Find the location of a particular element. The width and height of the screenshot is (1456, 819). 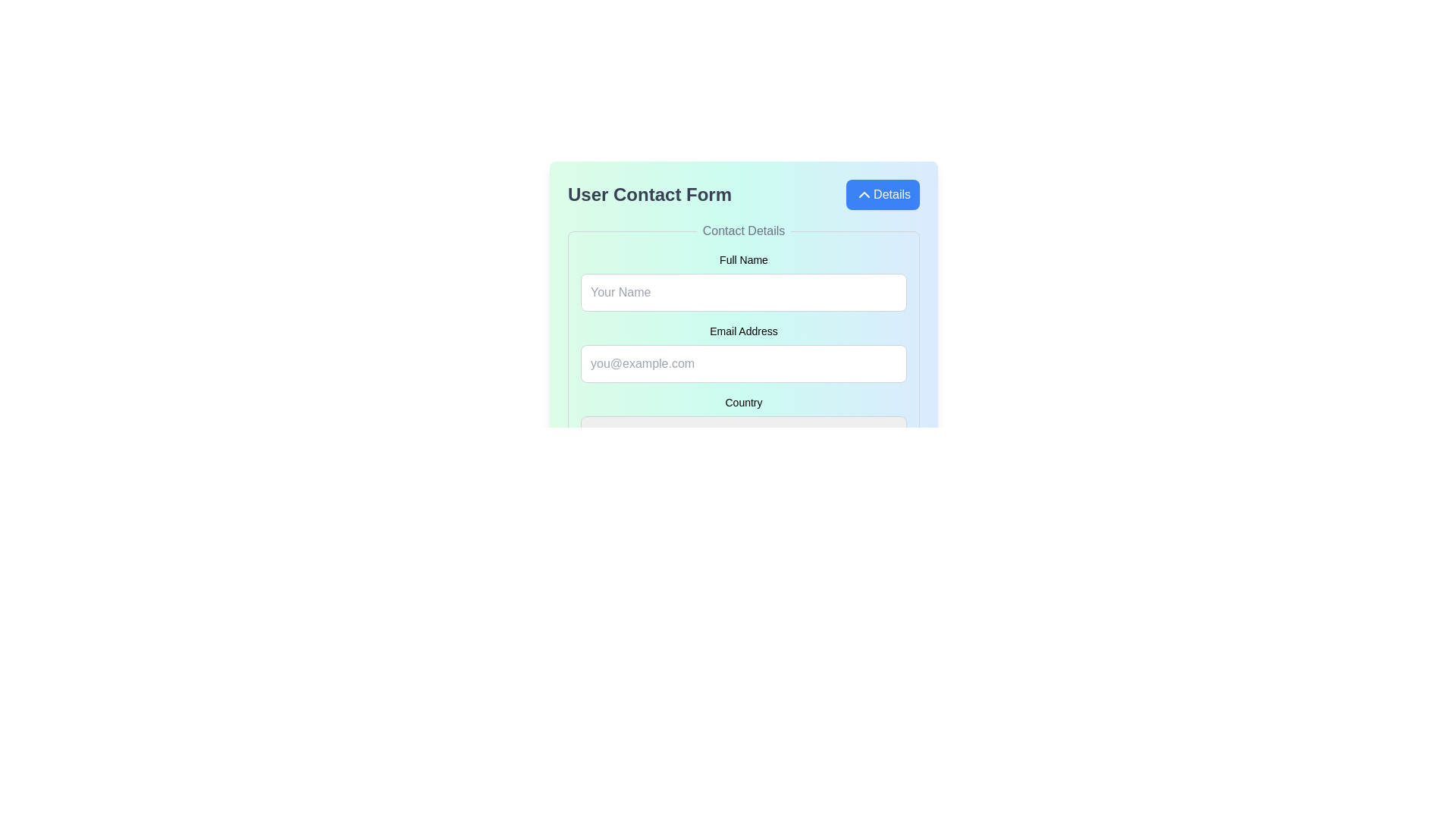

the second input field for email addresses in the 'Contact Details' group to focus on it is located at coordinates (743, 353).